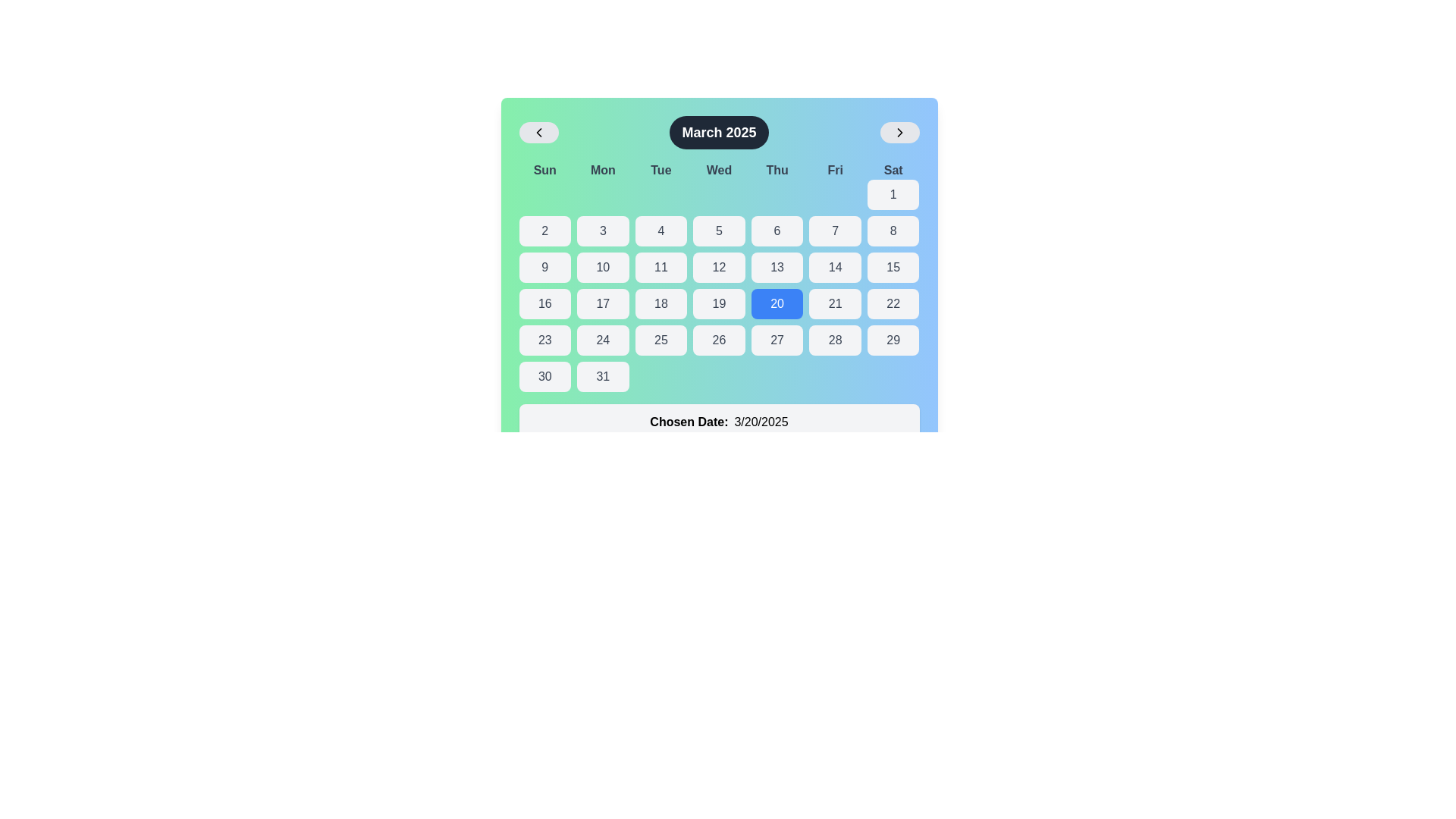  Describe the element at coordinates (544, 231) in the screenshot. I see `the selectable date button '2' in the calendar view` at that location.